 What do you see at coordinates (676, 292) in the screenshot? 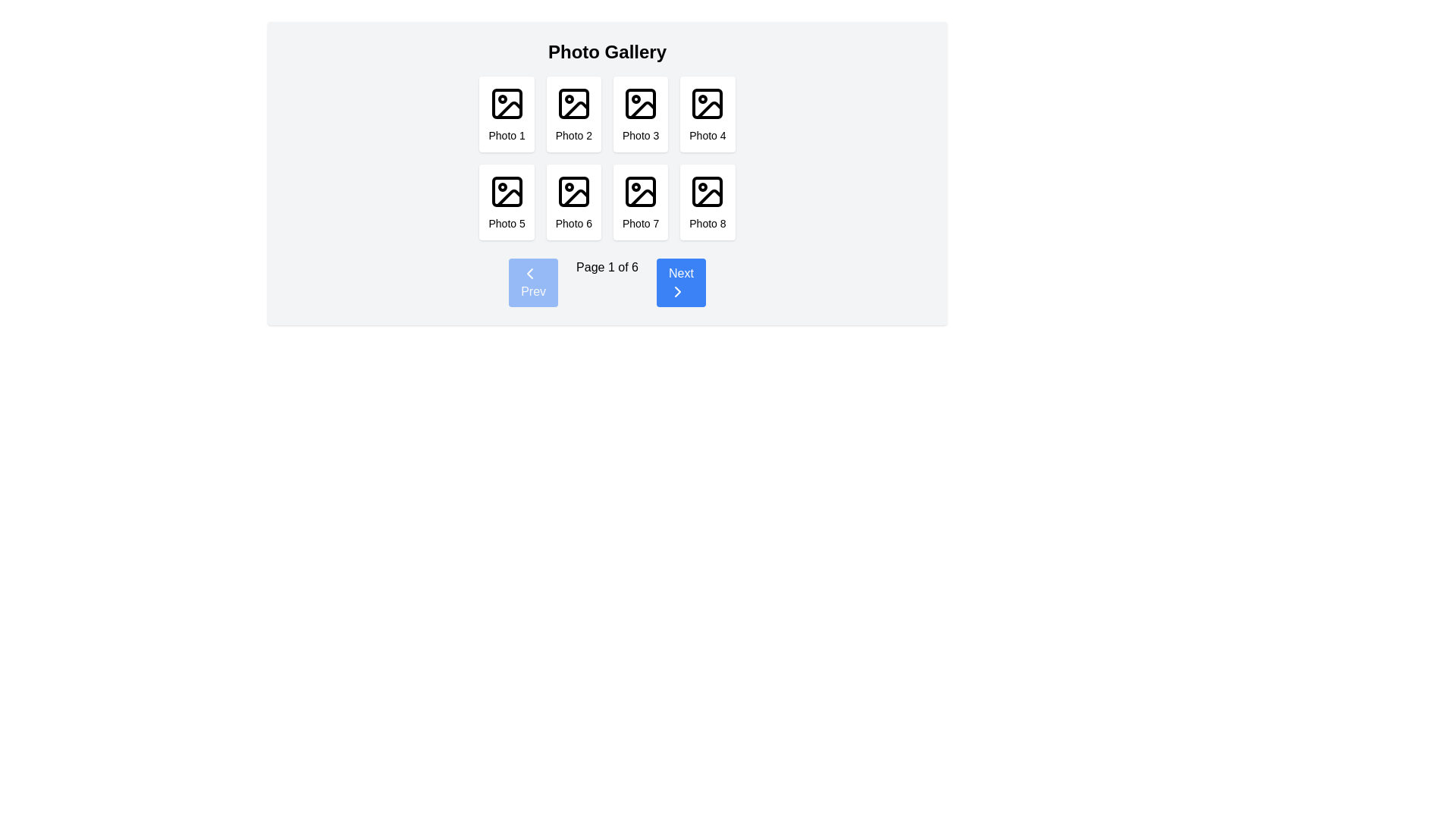
I see `the right-facing chevron icon inside the 'Next' button at the bottom right of the pagination bar, indicating navigation to the next page` at bounding box center [676, 292].